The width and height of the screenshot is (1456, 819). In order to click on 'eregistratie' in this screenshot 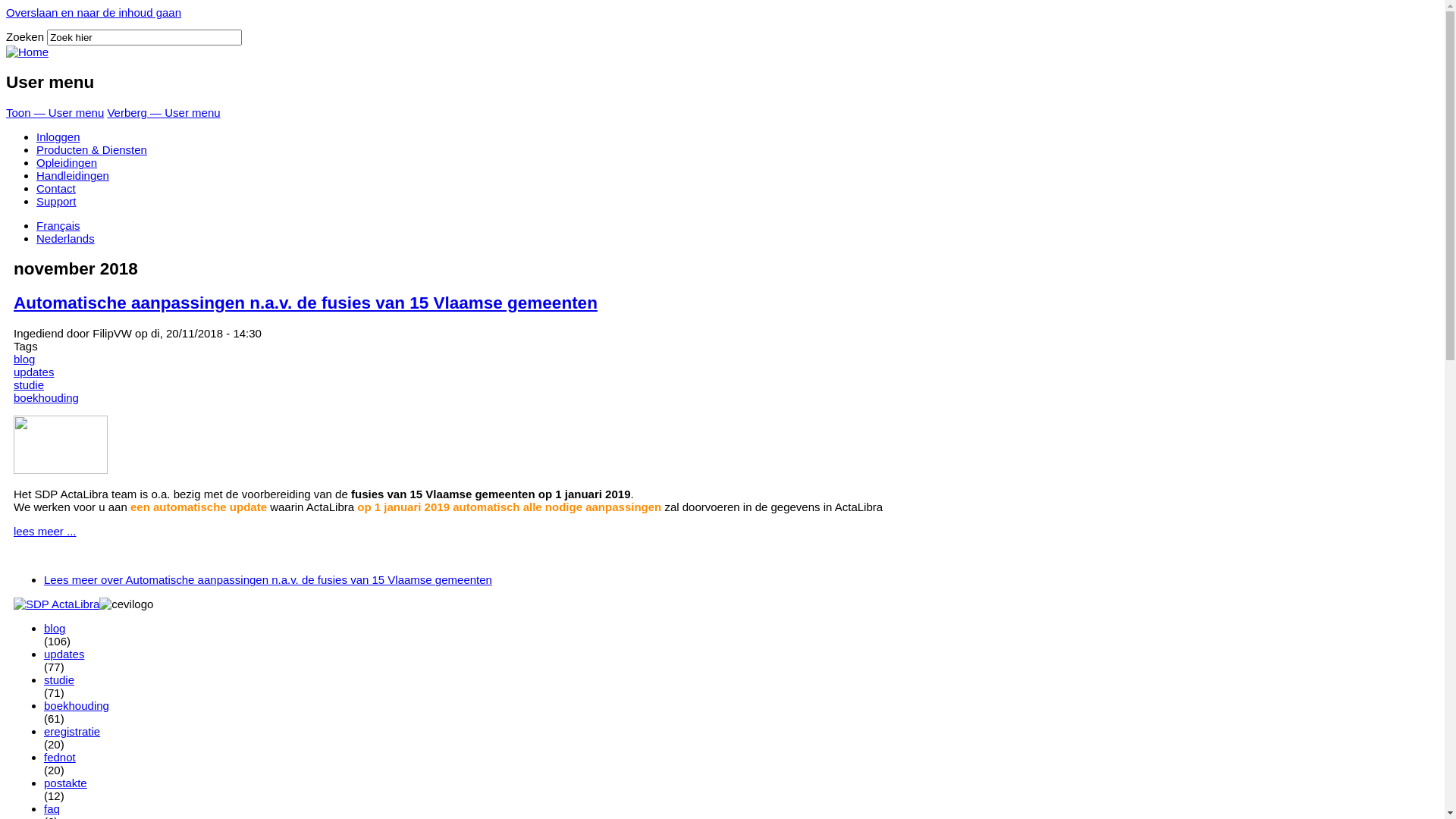, I will do `click(71, 730)`.